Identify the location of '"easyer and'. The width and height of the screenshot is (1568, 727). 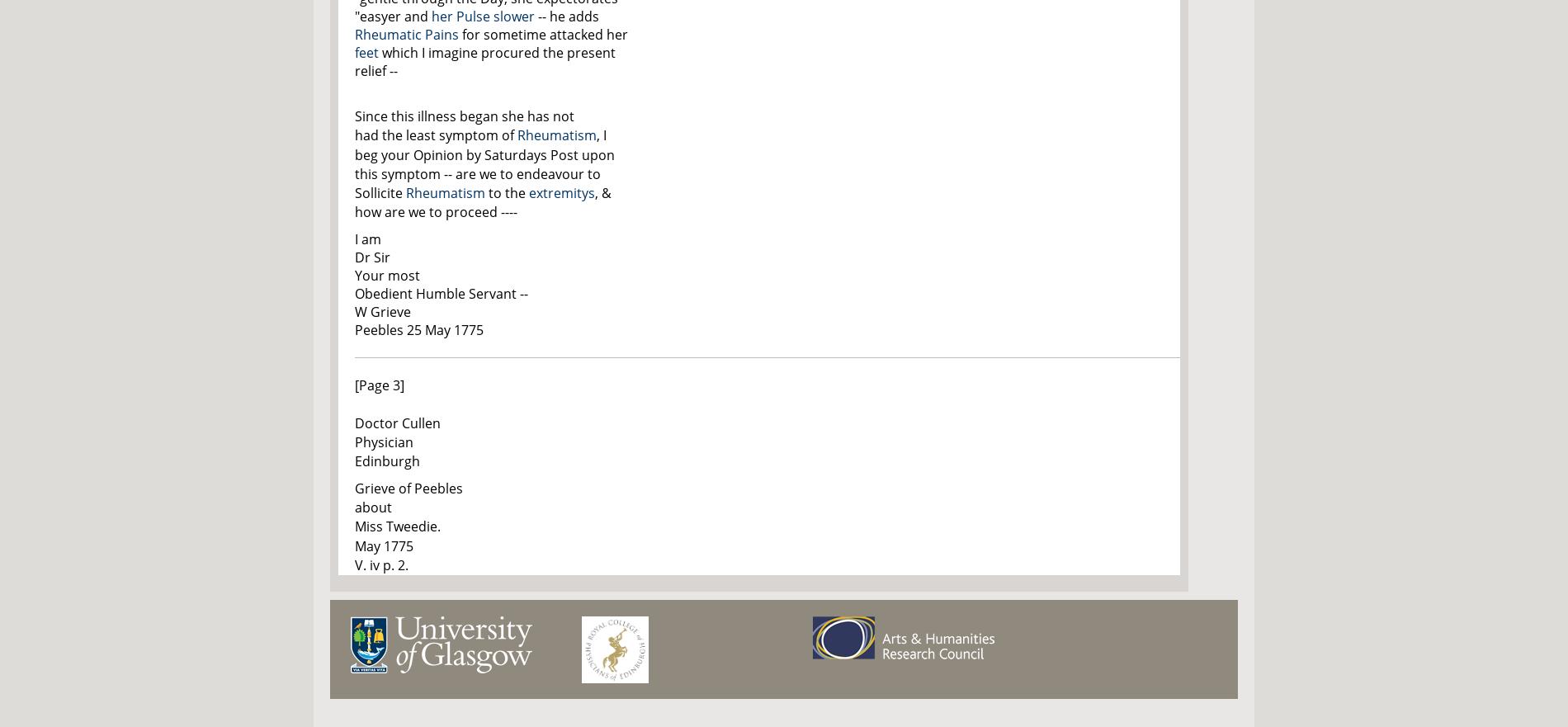
(393, 15).